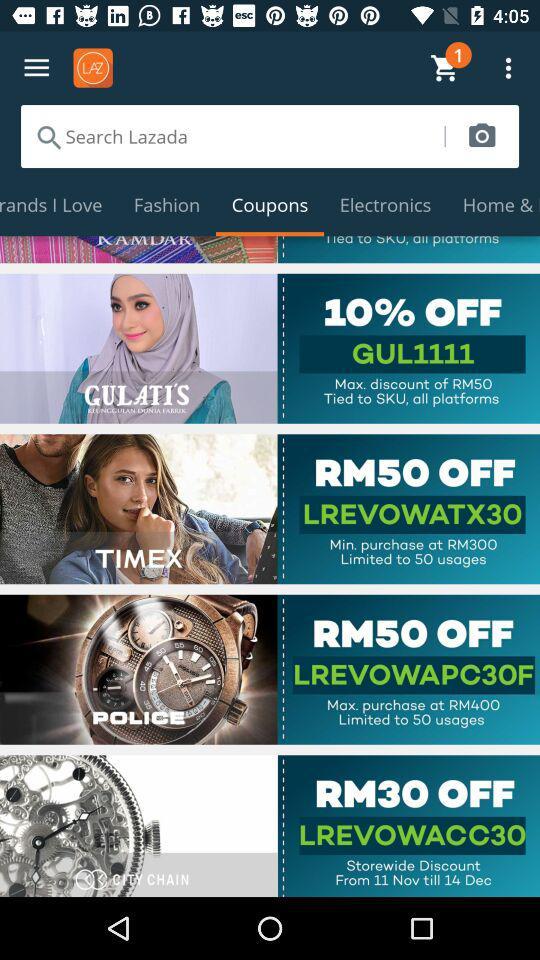  What do you see at coordinates (231, 135) in the screenshot?
I see `icon above brands i love` at bounding box center [231, 135].